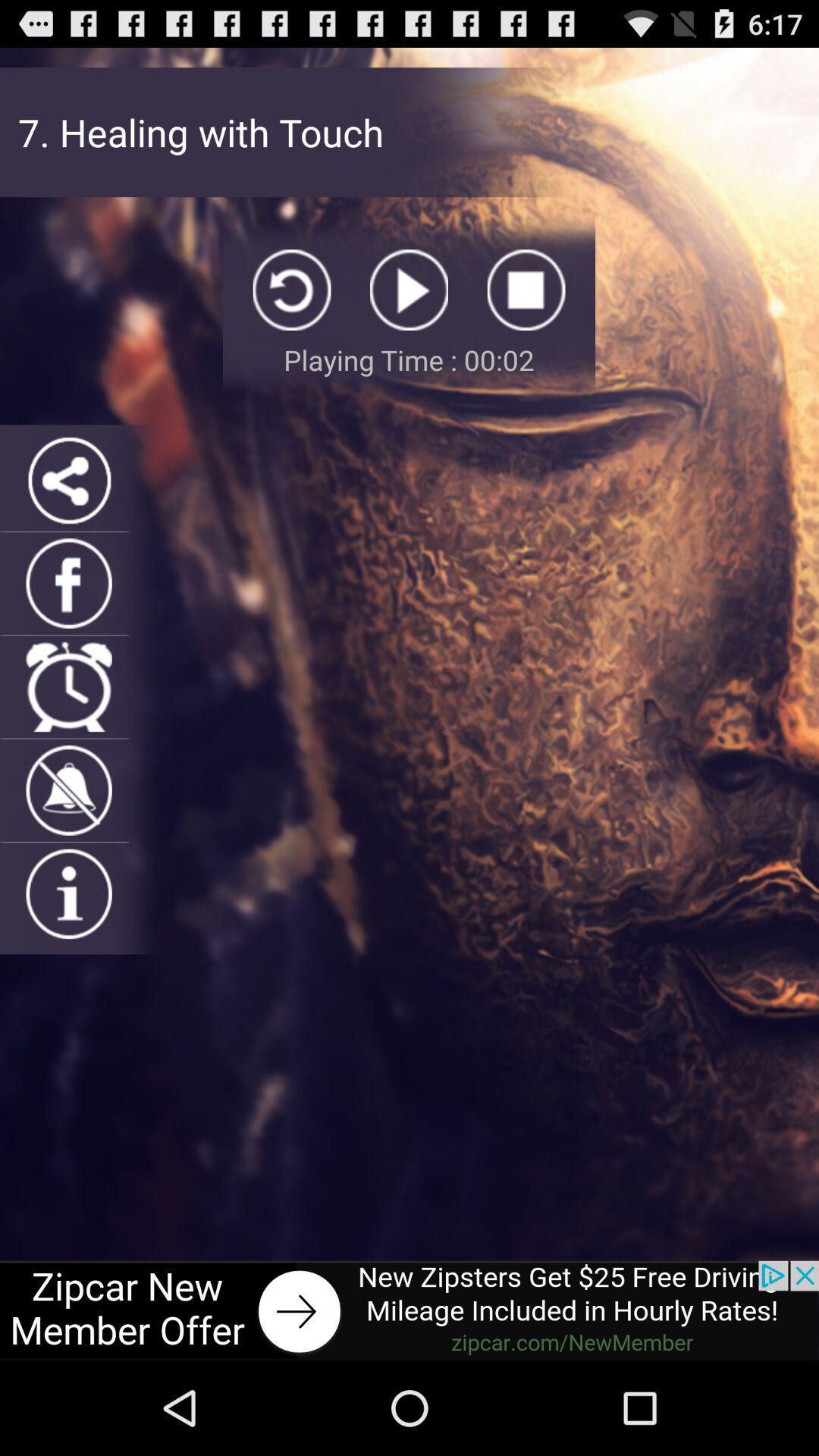 The image size is (819, 1456). What do you see at coordinates (69, 582) in the screenshot?
I see `share on facebook` at bounding box center [69, 582].